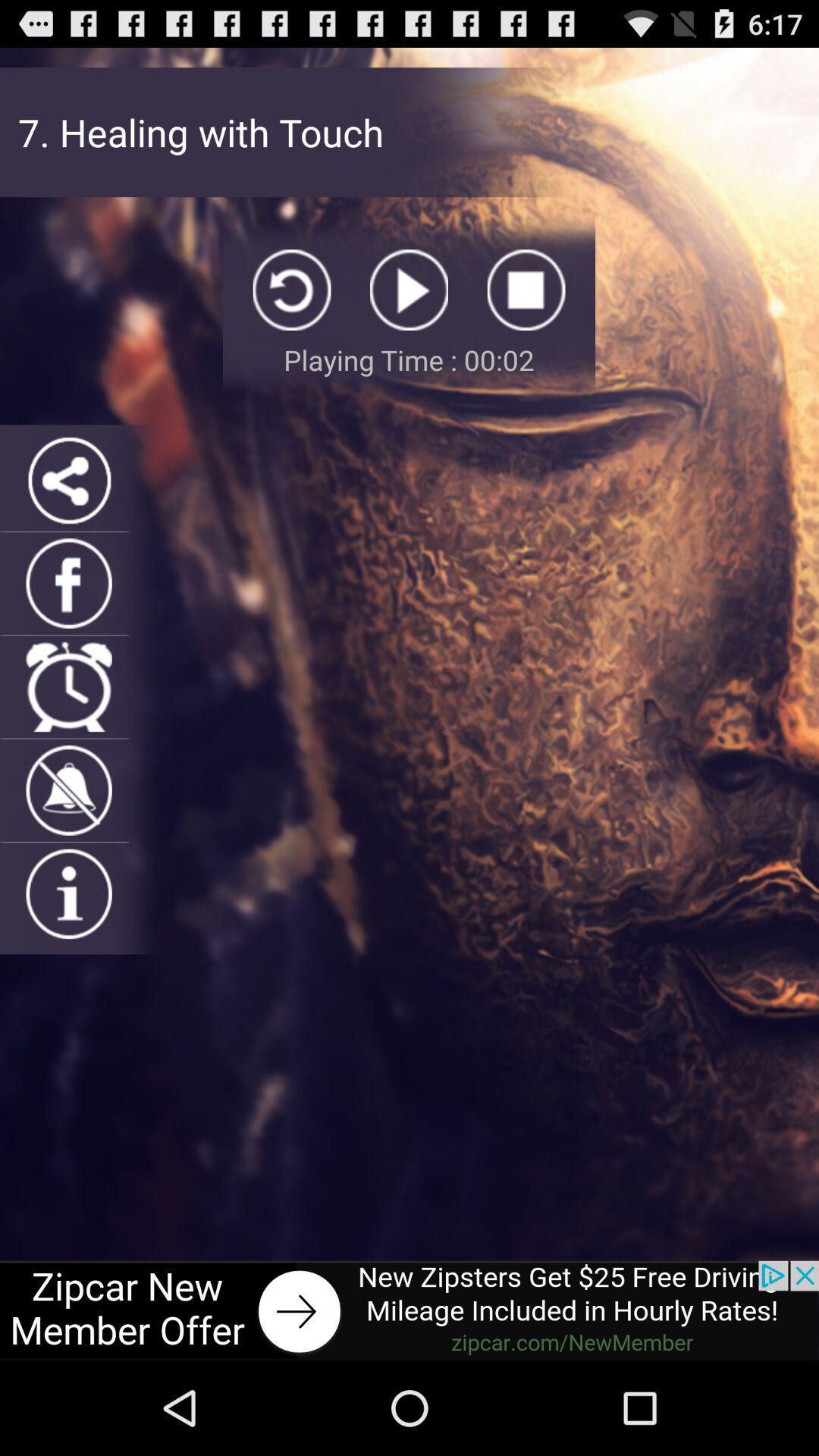 The image size is (819, 1456). What do you see at coordinates (69, 582) in the screenshot?
I see `share on facebook` at bounding box center [69, 582].